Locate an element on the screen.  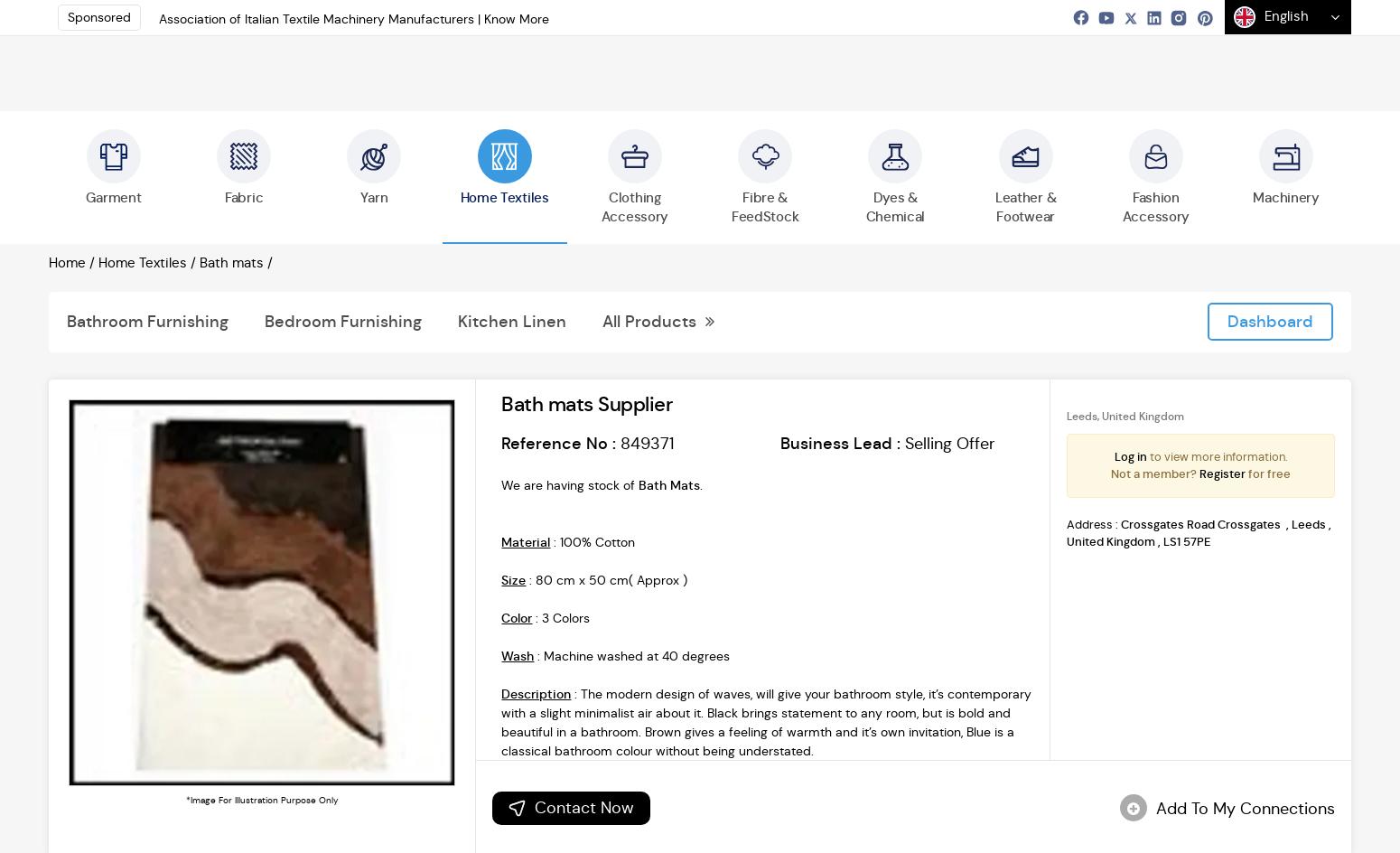
'News' is located at coordinates (729, 27).